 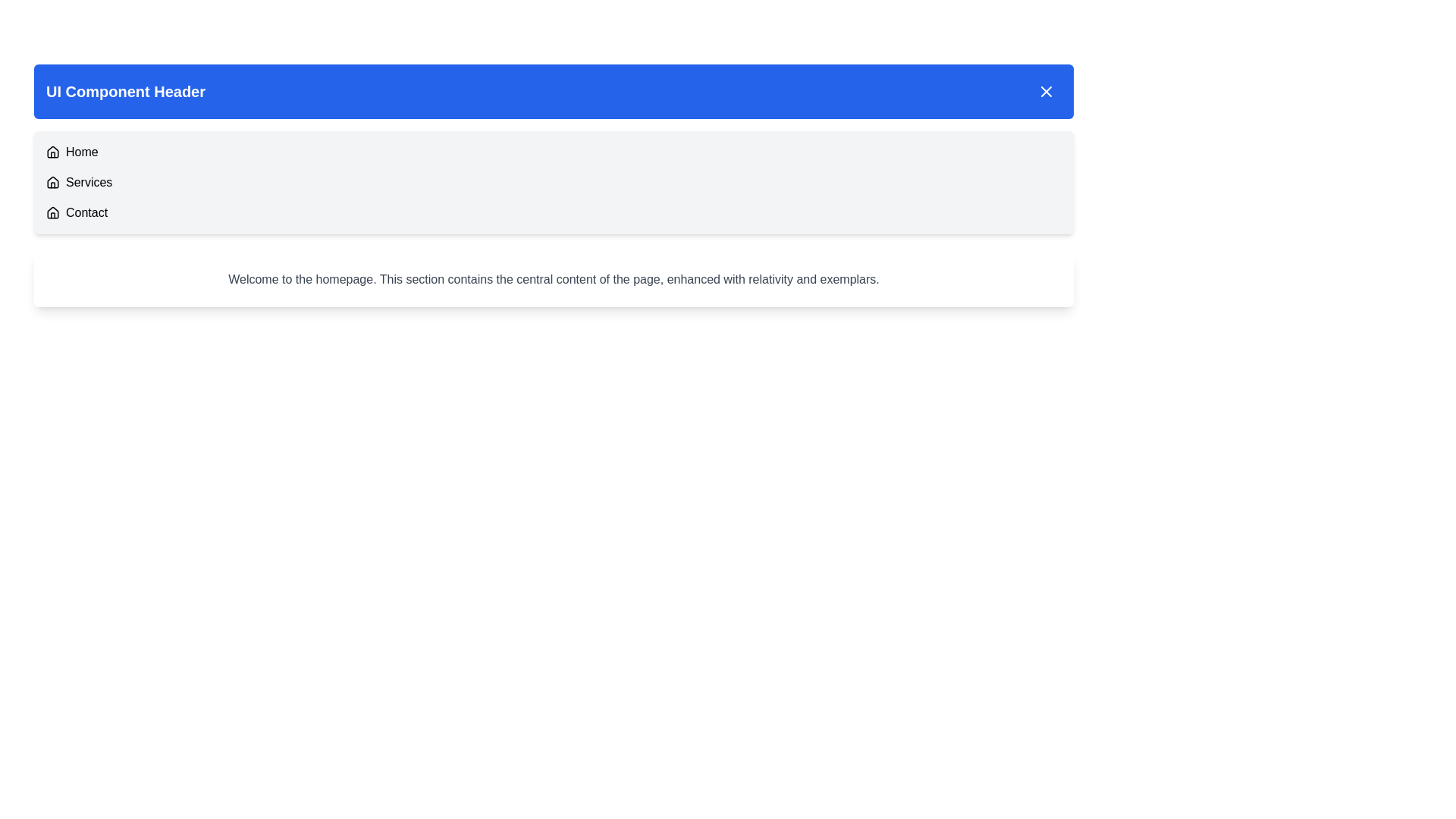 What do you see at coordinates (53, 152) in the screenshot?
I see `the outer shell of the home icon, which is part of the first listed navigation item immediately to the left of the 'Home' text` at bounding box center [53, 152].